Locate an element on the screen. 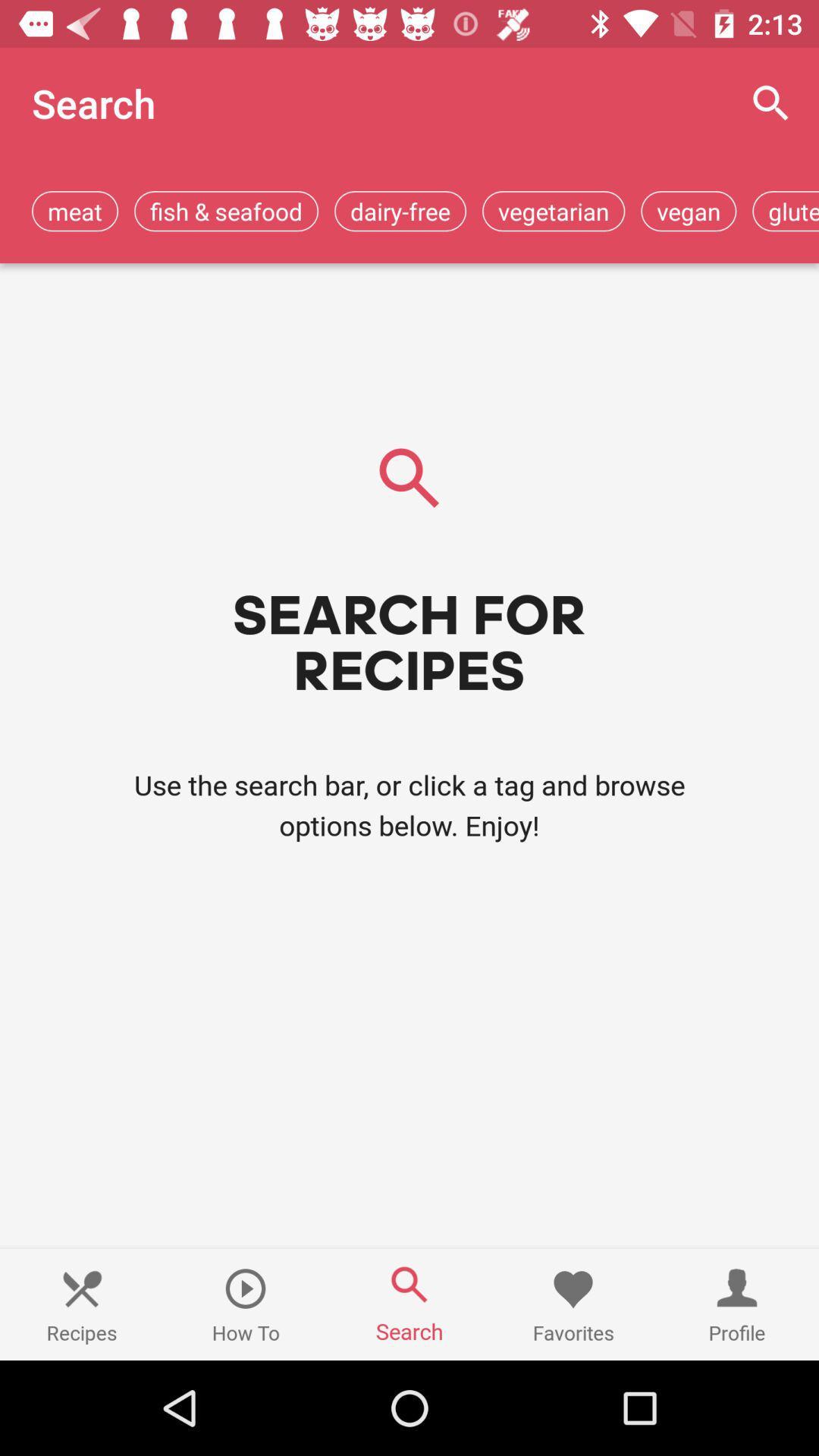 Image resolution: width=819 pixels, height=1456 pixels. vegetarian is located at coordinates (554, 210).